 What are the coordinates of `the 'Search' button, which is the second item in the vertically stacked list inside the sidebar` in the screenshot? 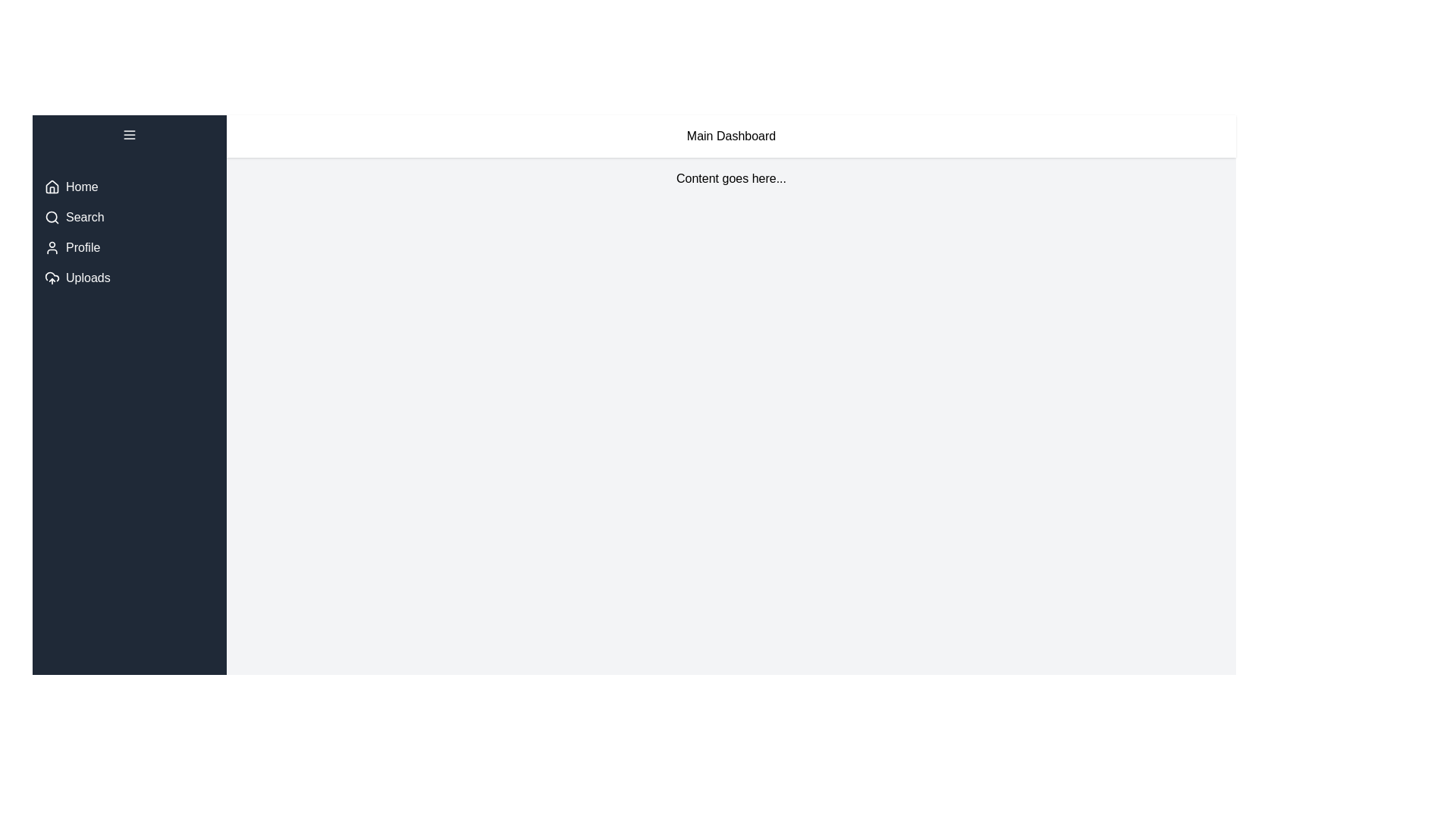 It's located at (130, 233).